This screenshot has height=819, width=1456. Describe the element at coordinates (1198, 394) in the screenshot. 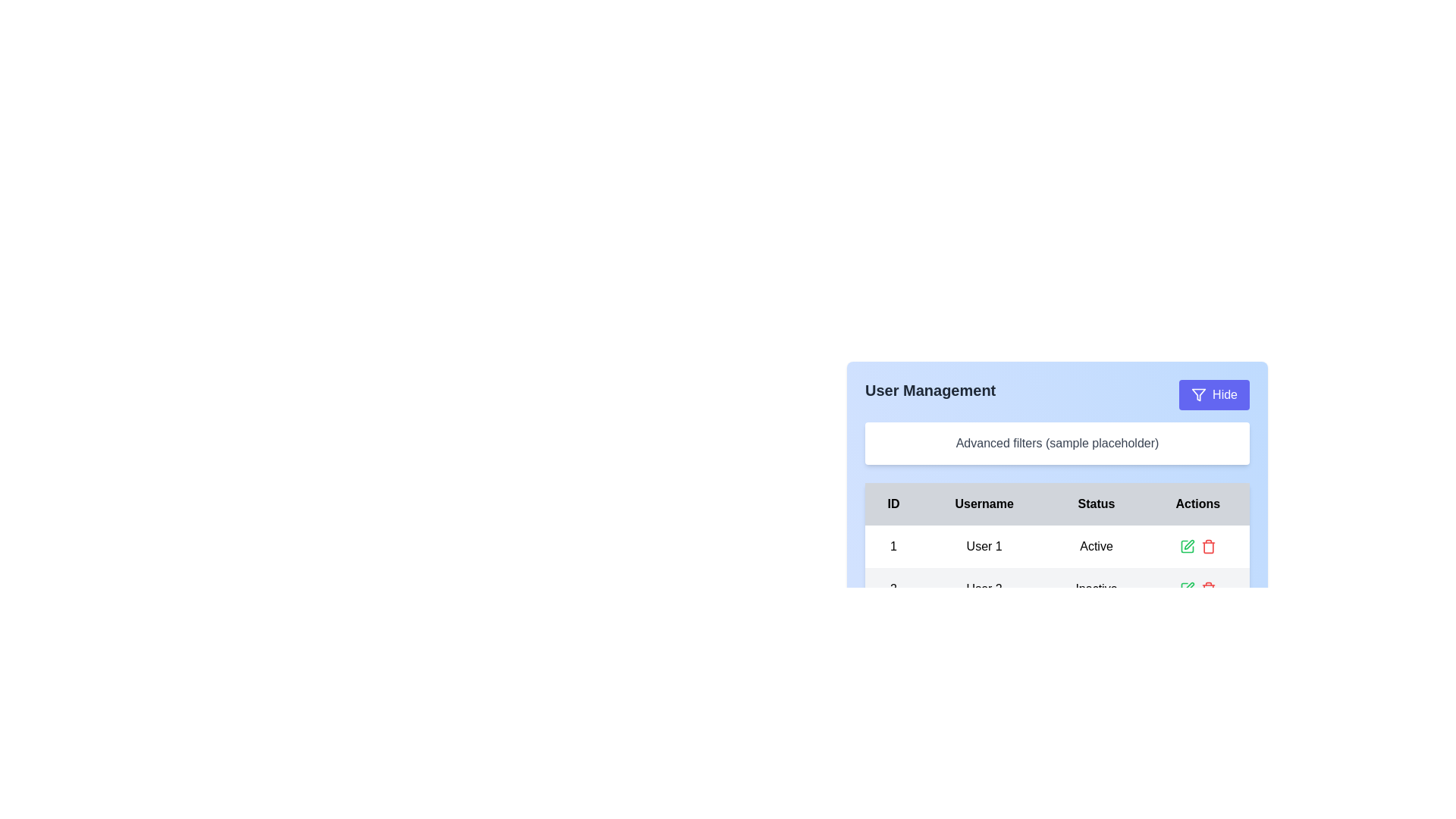

I see `the funnel icon, which is part of the 'Hide' button located at the top right of the 'User Management' interface` at that location.